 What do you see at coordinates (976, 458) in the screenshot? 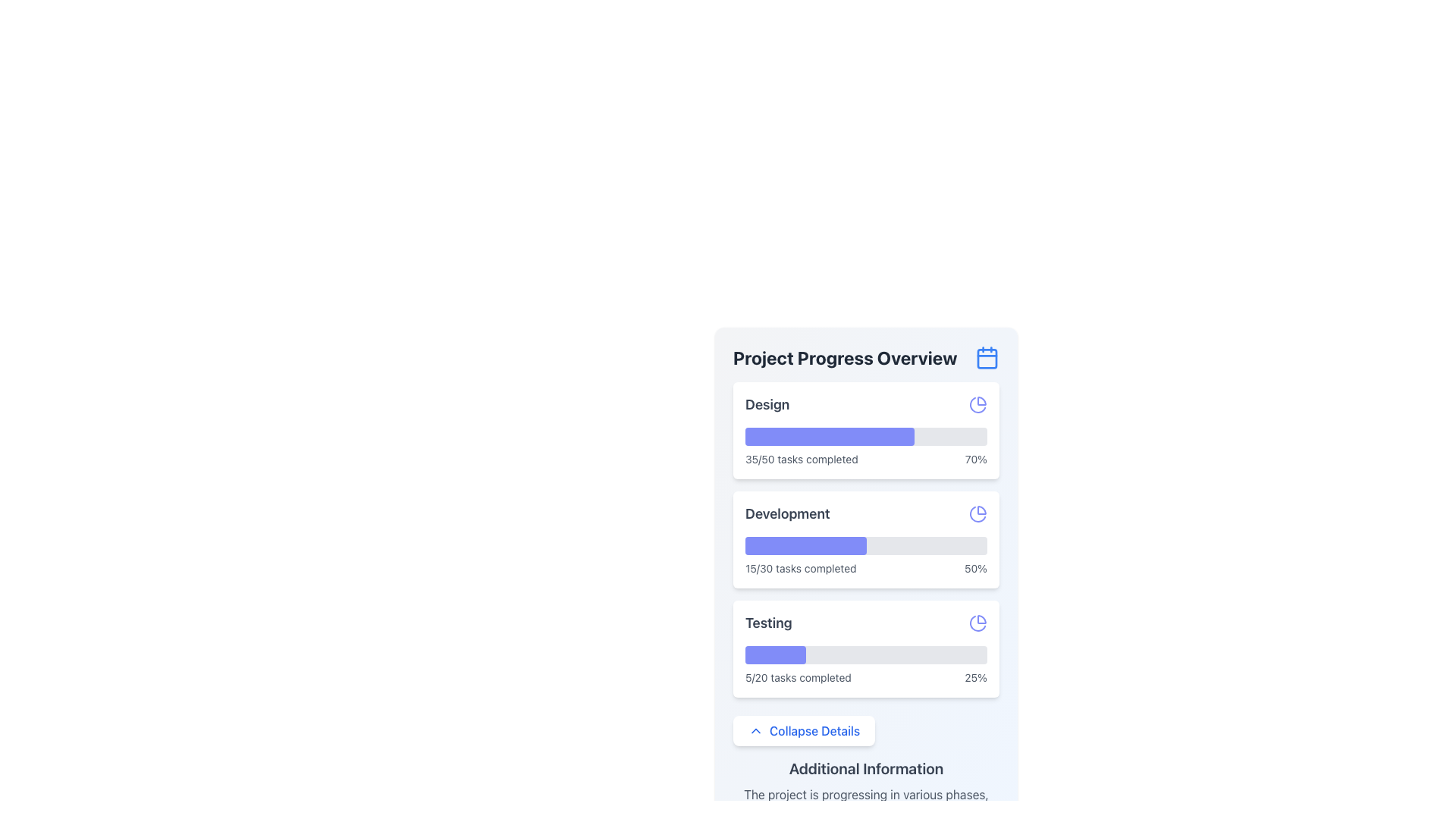
I see `the Static Text Label that visually represents the progress percentage for the task in the 'Design' progress card, located near the upper-right corner` at bounding box center [976, 458].